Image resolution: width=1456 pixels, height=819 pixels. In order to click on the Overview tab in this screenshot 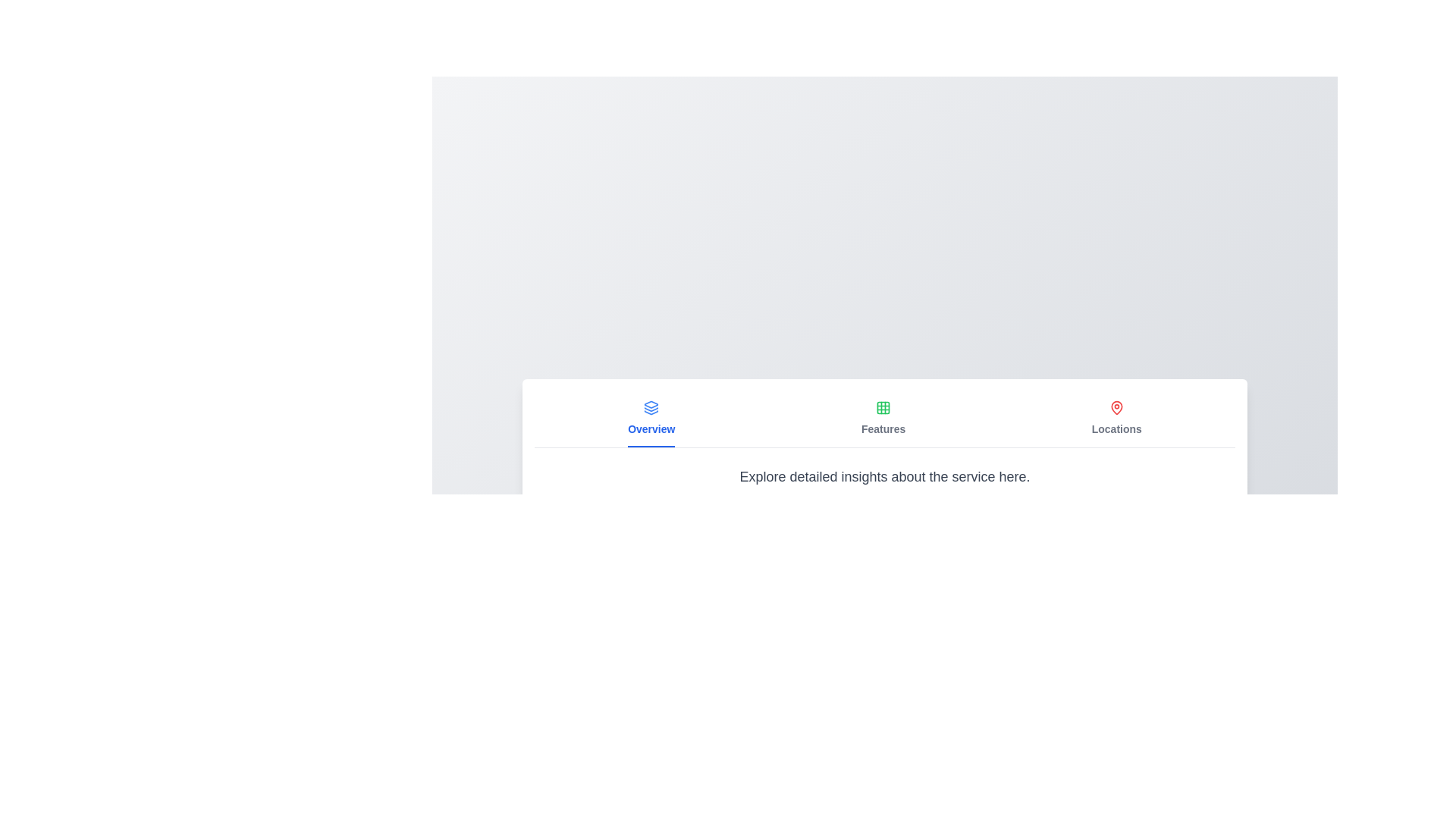, I will do `click(651, 419)`.